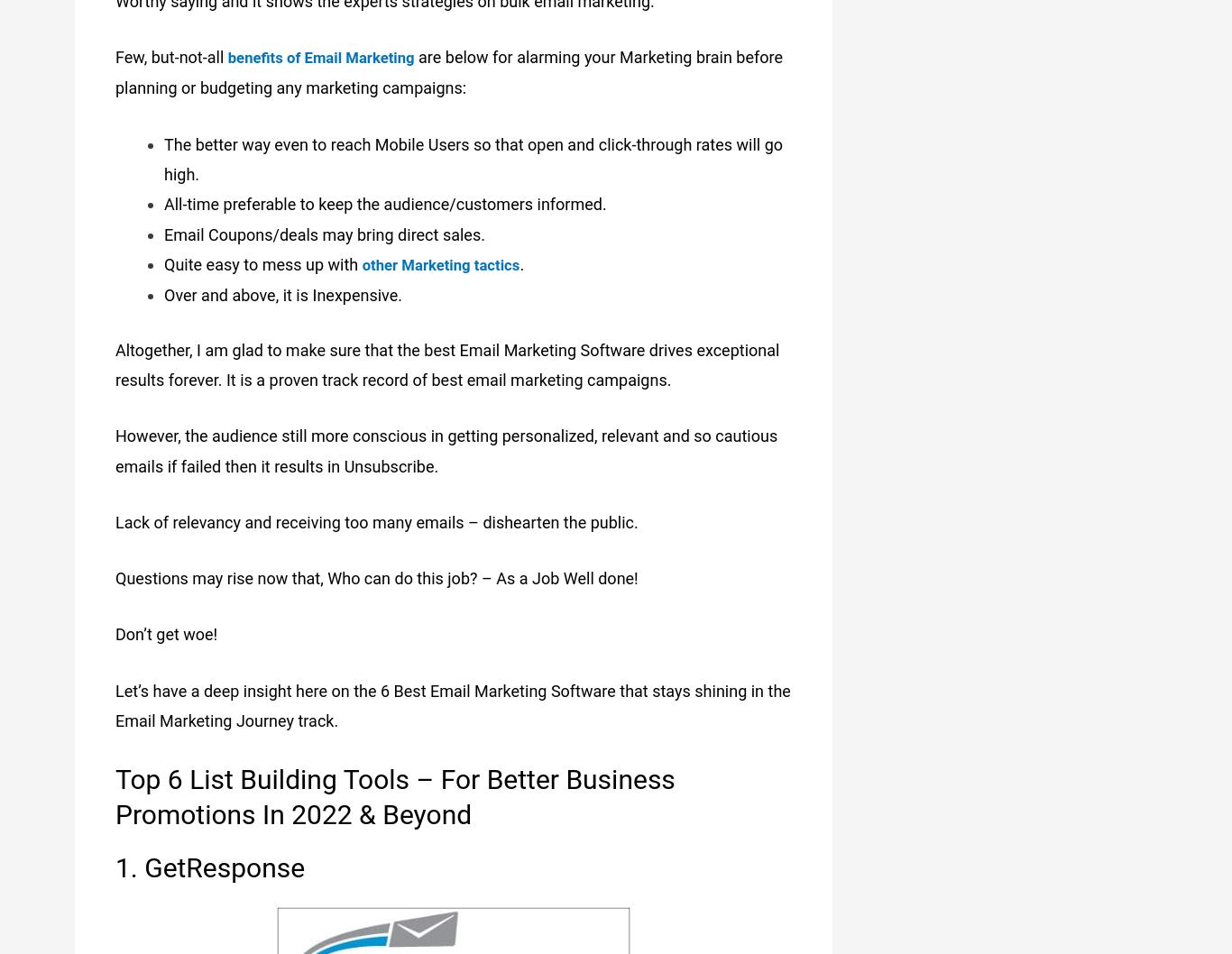  What do you see at coordinates (393, 793) in the screenshot?
I see `'Top 6 List Building Tools – For Better Business Promotions In 2022 & Beyond'` at bounding box center [393, 793].